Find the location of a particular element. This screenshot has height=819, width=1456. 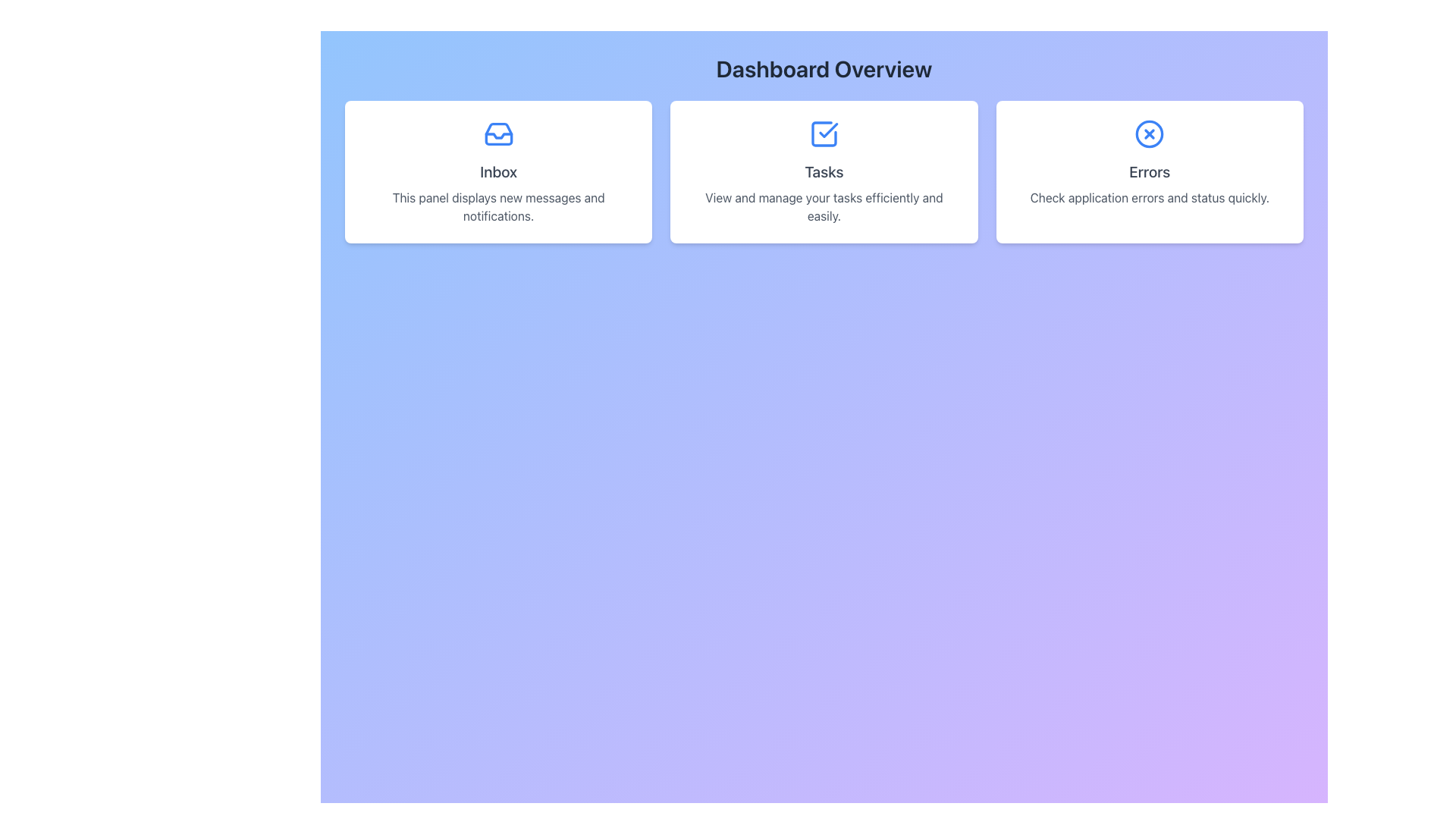

text label indicating 'Errors' located in the rightmost card under the 'Dashboard Overview' heading, which serves as a title for the card is located at coordinates (1150, 171).